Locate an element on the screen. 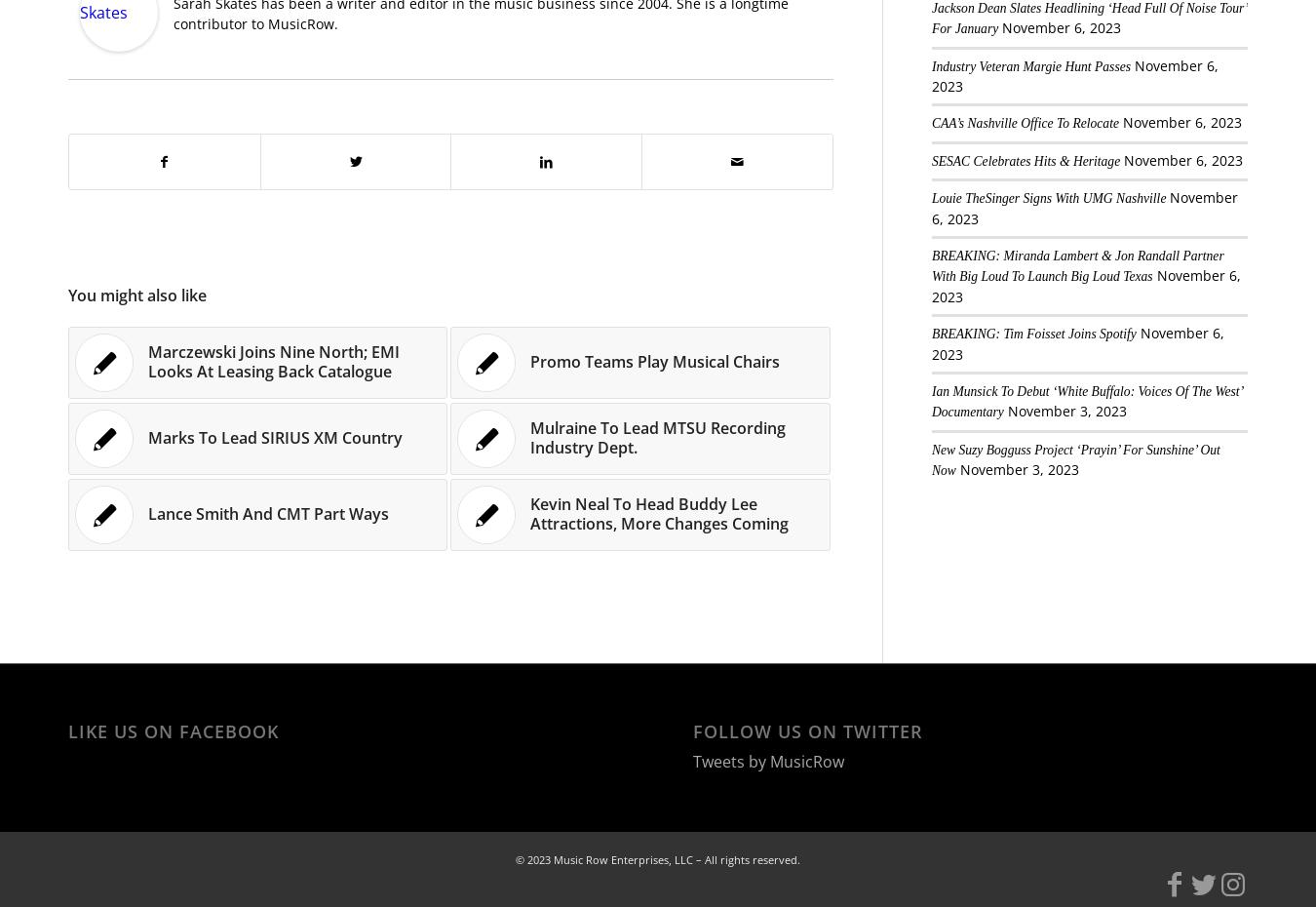 The height and width of the screenshot is (907, 1316). 'CAA’s Nashville Office To Relocate' is located at coordinates (1024, 123).